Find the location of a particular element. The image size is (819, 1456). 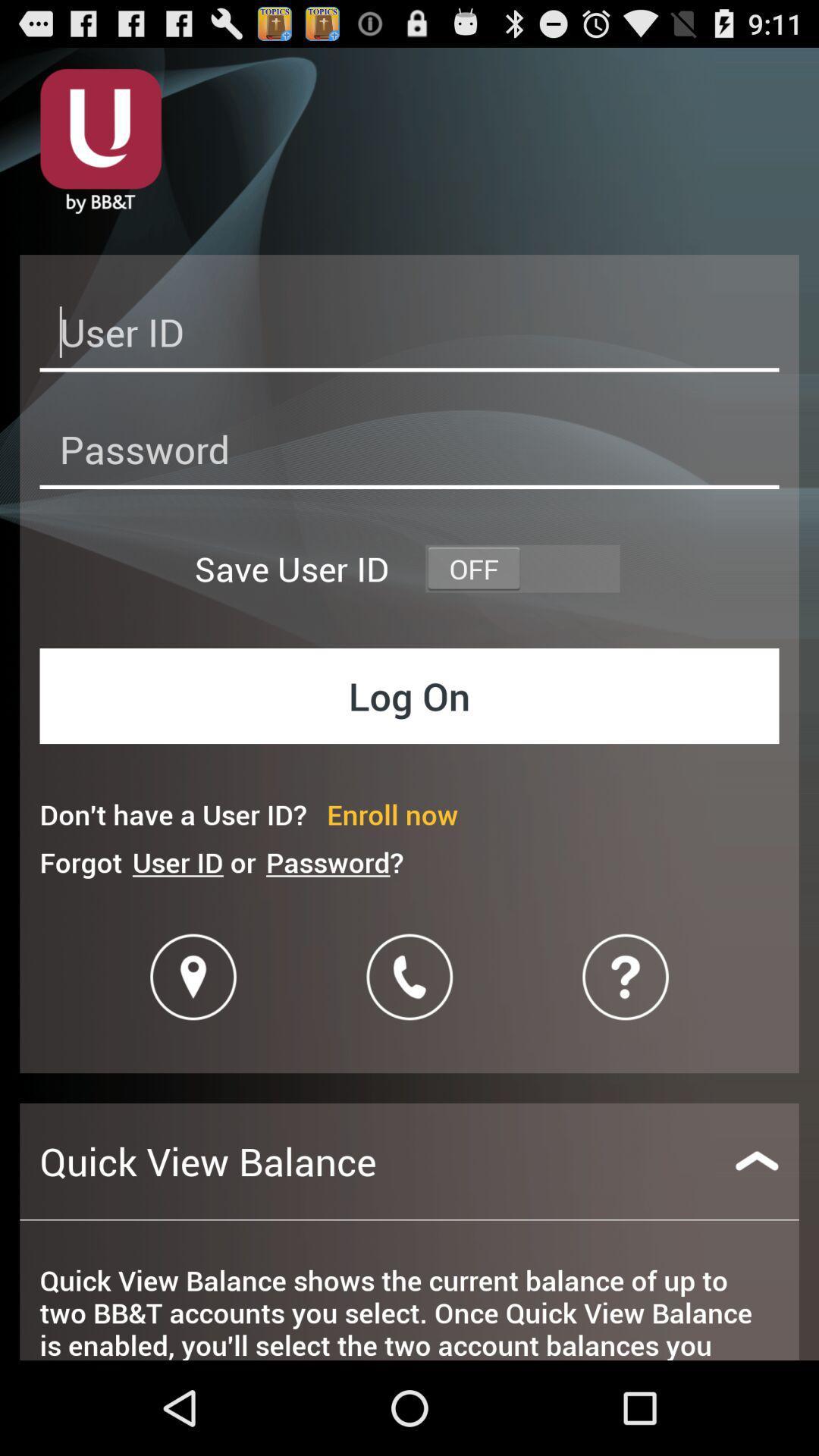

password? item is located at coordinates (334, 862).